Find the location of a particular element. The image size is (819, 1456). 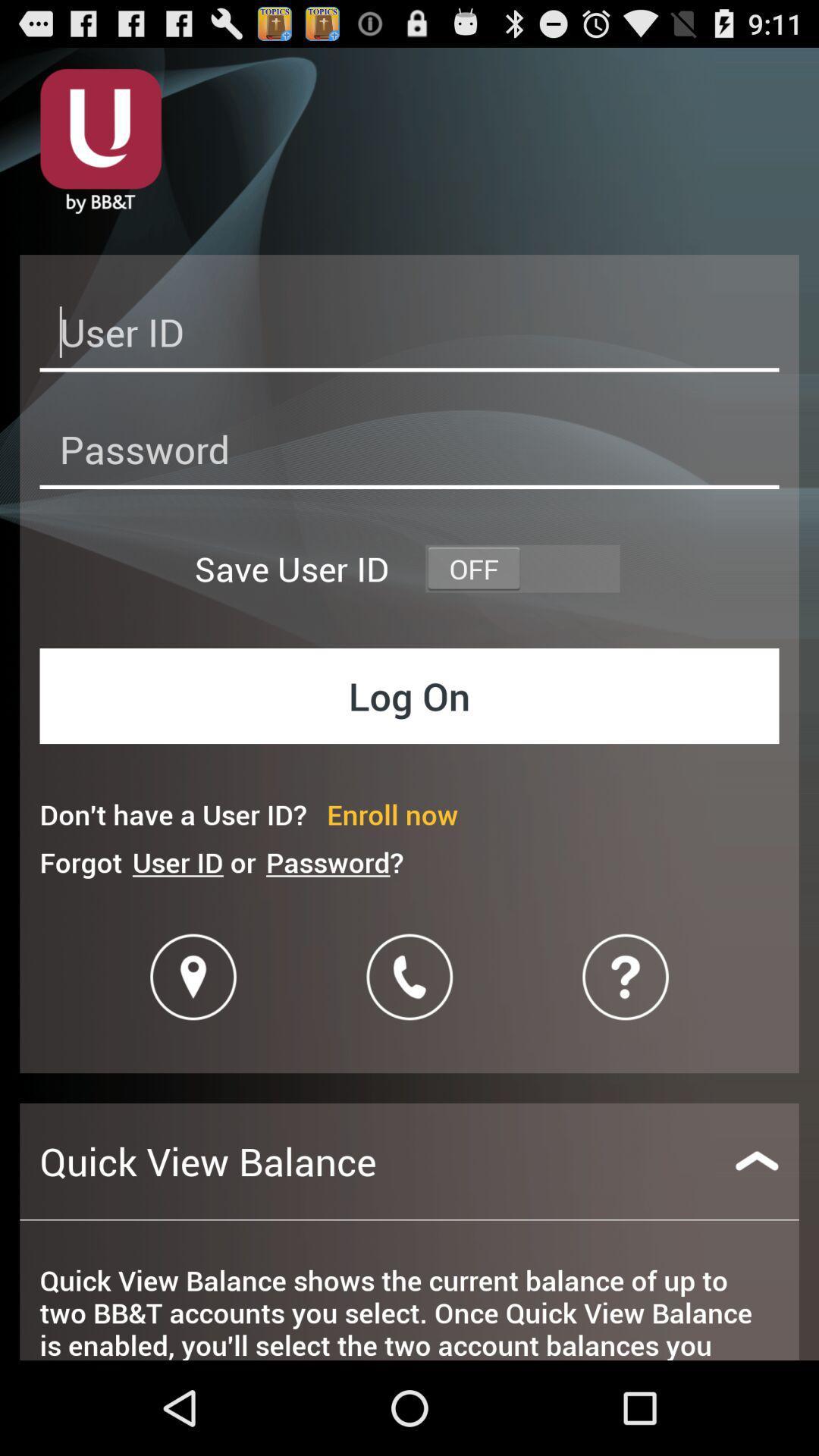

password? item is located at coordinates (334, 862).